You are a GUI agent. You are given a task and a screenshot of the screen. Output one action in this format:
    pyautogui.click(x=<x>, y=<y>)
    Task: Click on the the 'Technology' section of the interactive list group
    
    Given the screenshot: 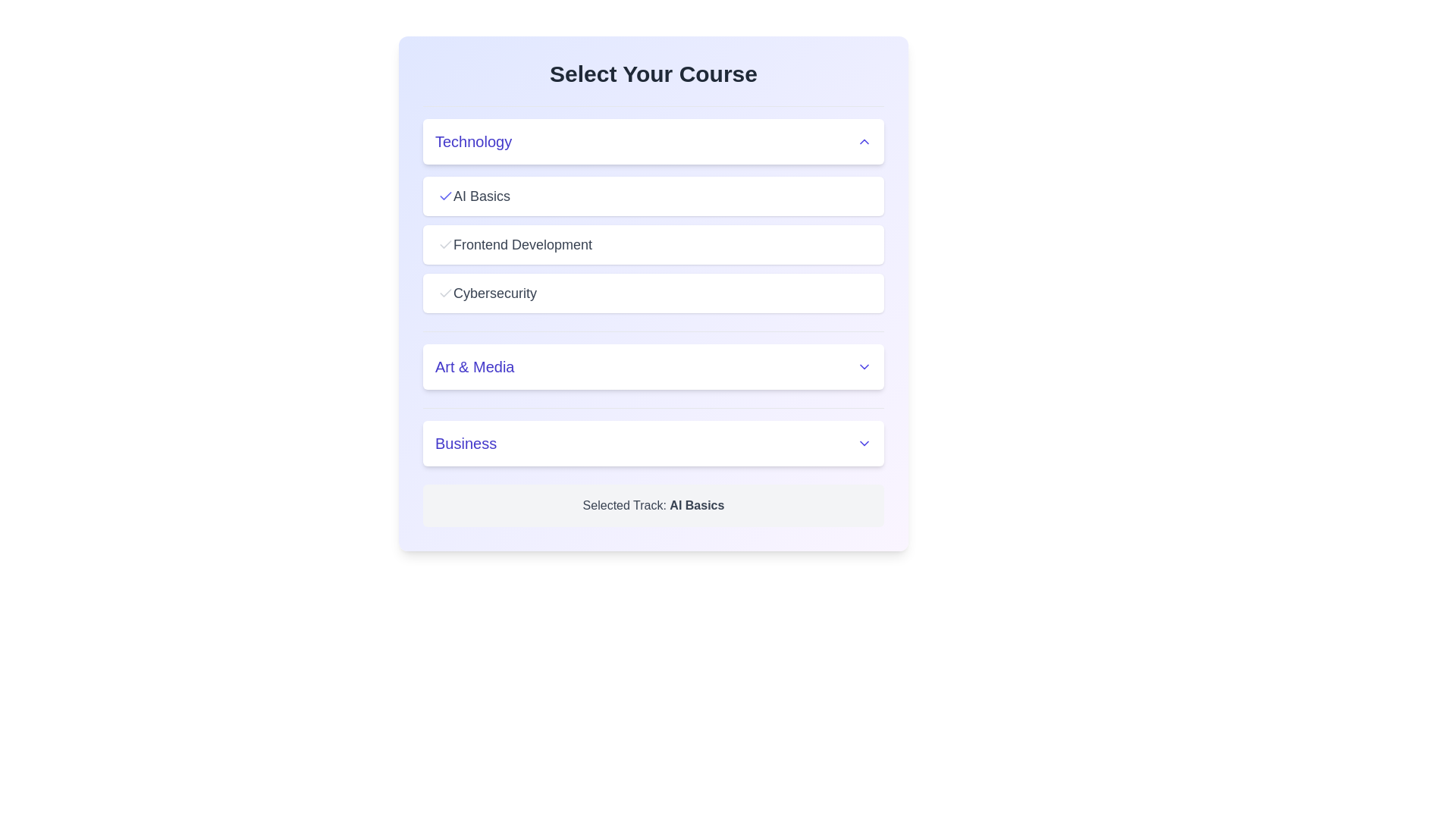 What is the action you would take?
    pyautogui.click(x=654, y=209)
    